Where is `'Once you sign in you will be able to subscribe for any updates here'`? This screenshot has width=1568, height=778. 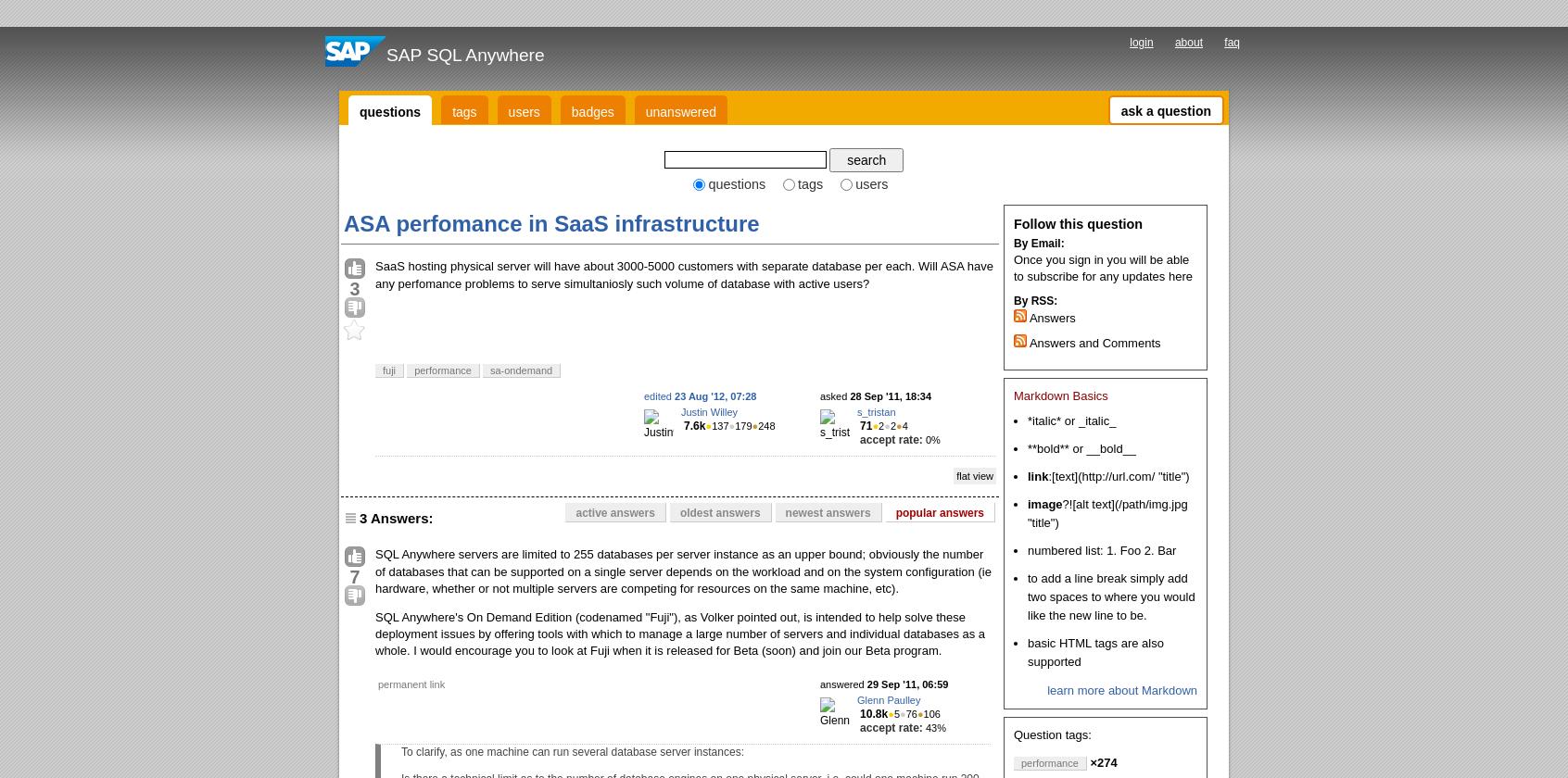
'Once you sign in you will be able to subscribe for any updates here' is located at coordinates (1101, 267).